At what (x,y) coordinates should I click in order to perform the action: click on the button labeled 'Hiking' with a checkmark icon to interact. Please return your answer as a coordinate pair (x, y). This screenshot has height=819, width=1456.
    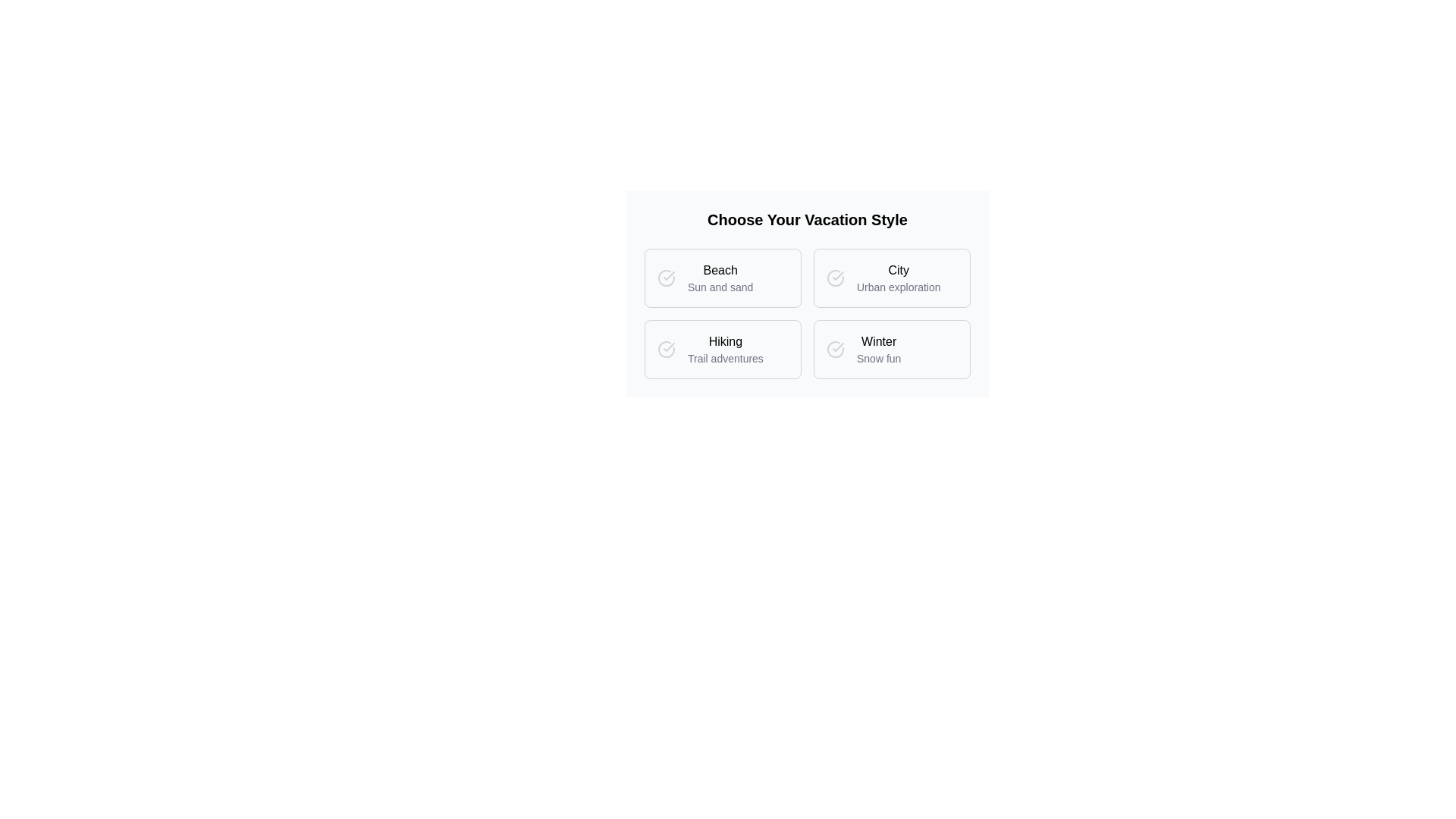
    Looking at the image, I should click on (722, 350).